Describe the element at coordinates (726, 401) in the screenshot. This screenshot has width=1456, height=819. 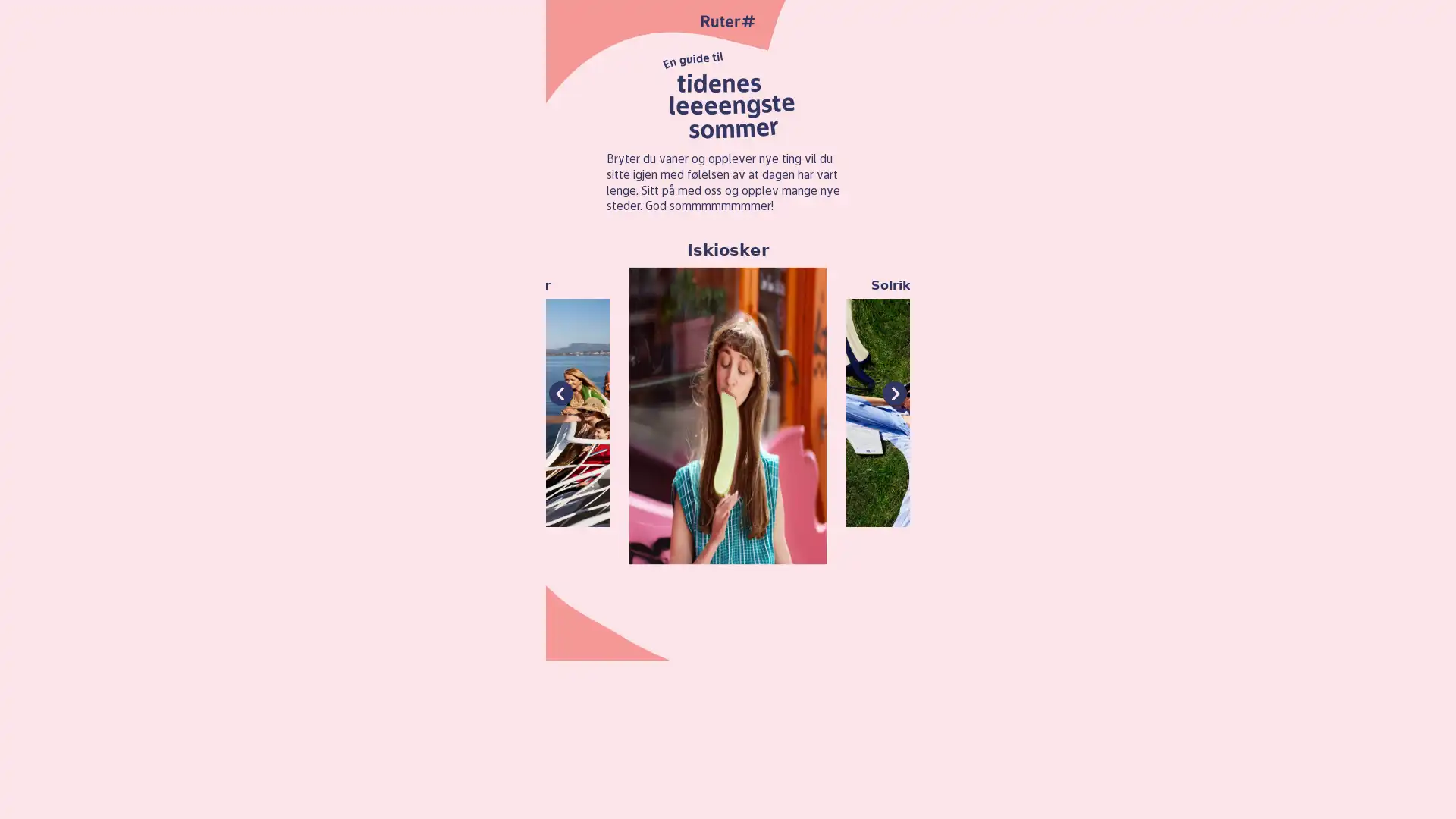
I see `Iskiosker` at that location.